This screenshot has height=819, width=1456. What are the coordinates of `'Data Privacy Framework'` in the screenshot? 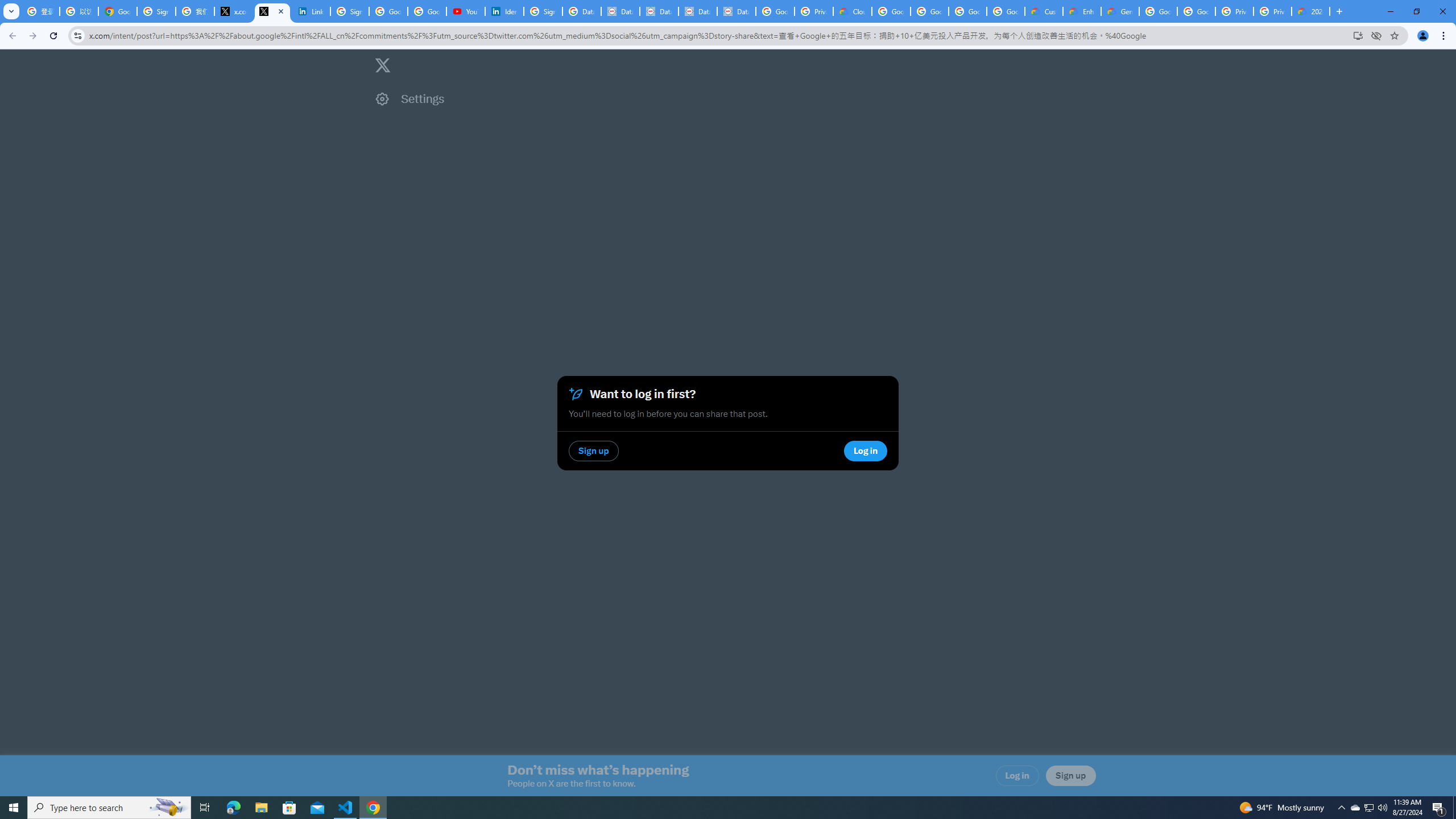 It's located at (619, 11).